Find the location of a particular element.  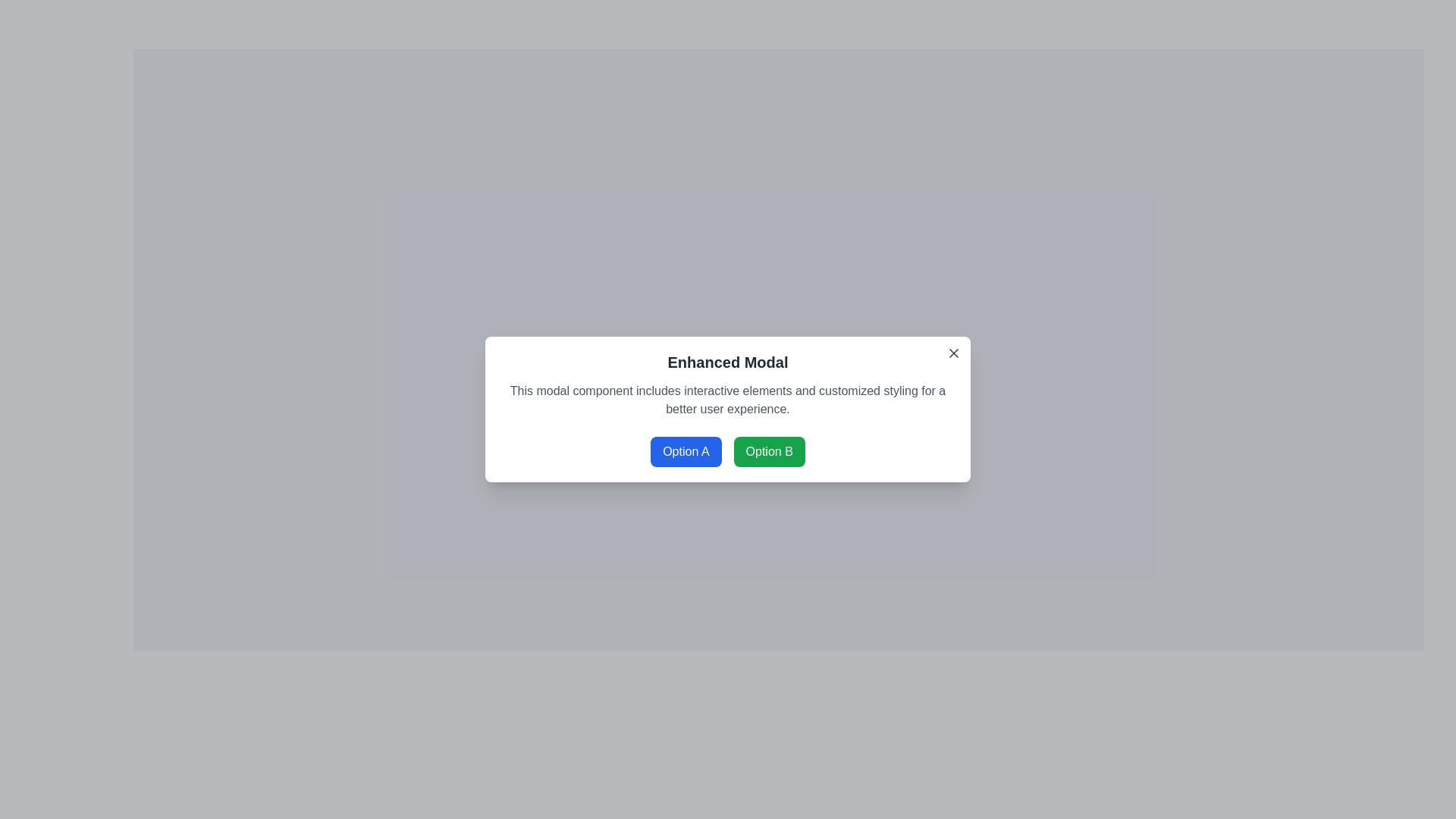

the green button labeled 'Option B' located at the bottom of the modal dialog is located at coordinates (769, 451).